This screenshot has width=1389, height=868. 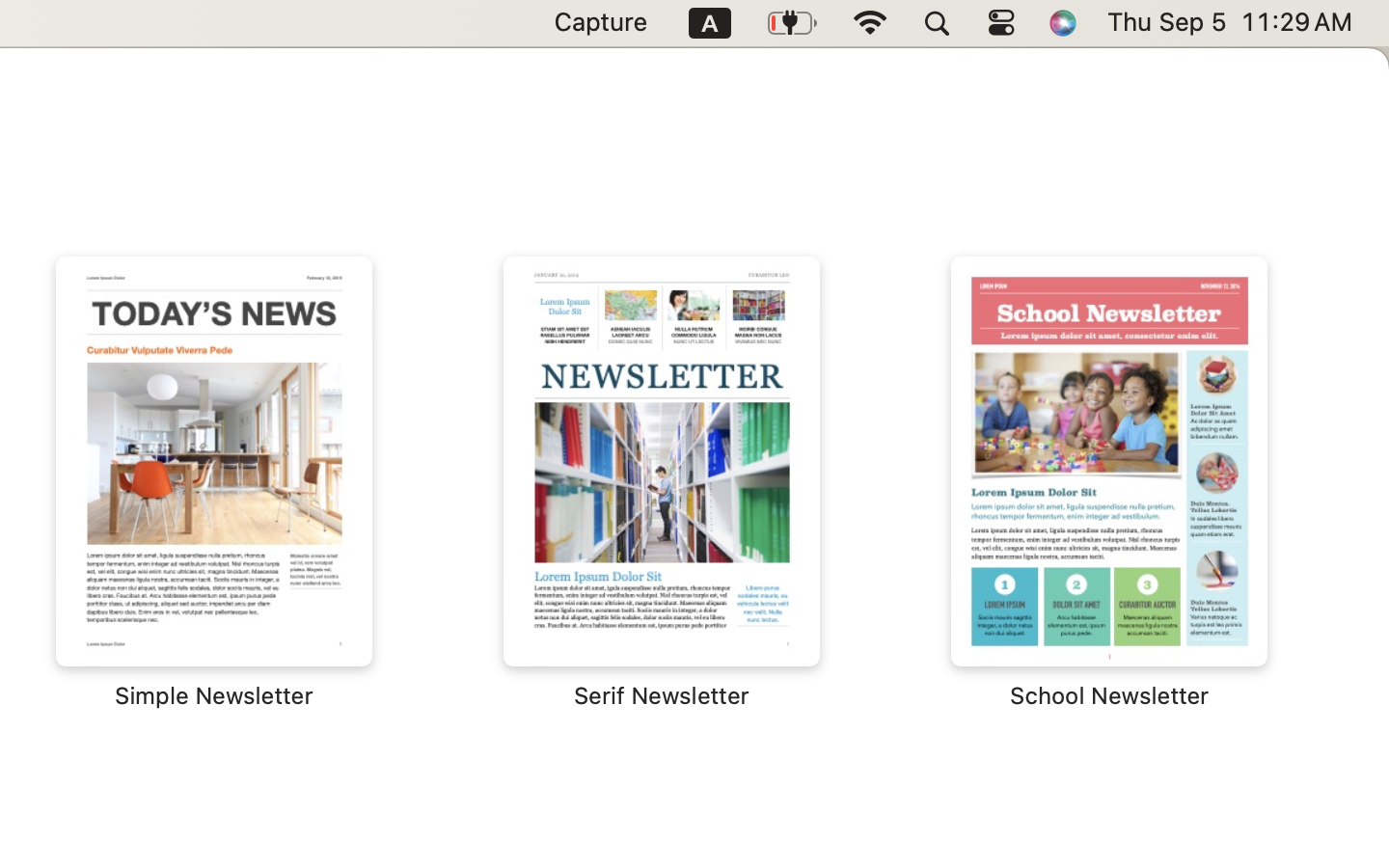 I want to click on '‎⁨School Newsletter⁩', so click(x=1108, y=482).